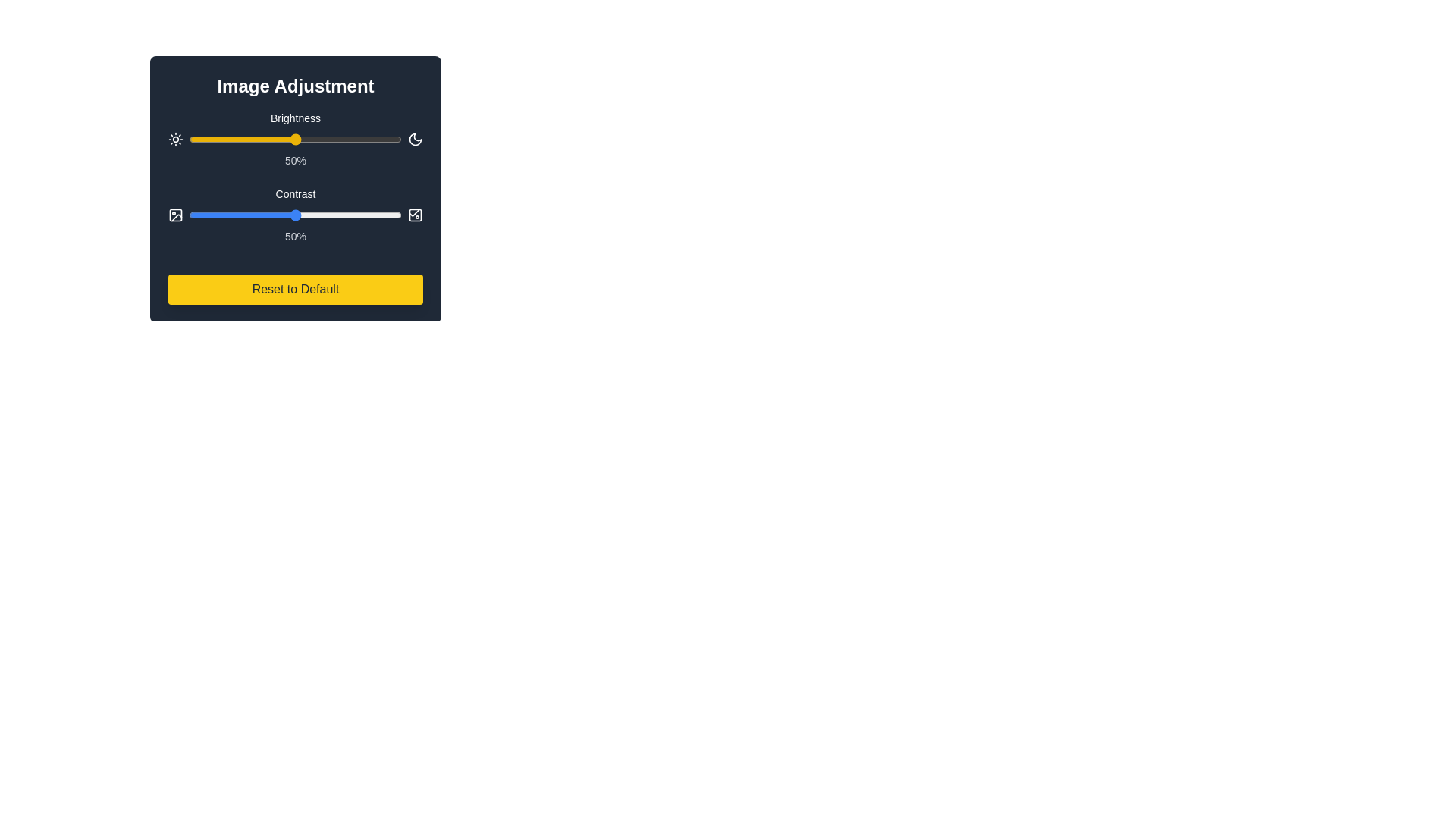  Describe the element at coordinates (333, 215) in the screenshot. I see `the contrast level` at that location.